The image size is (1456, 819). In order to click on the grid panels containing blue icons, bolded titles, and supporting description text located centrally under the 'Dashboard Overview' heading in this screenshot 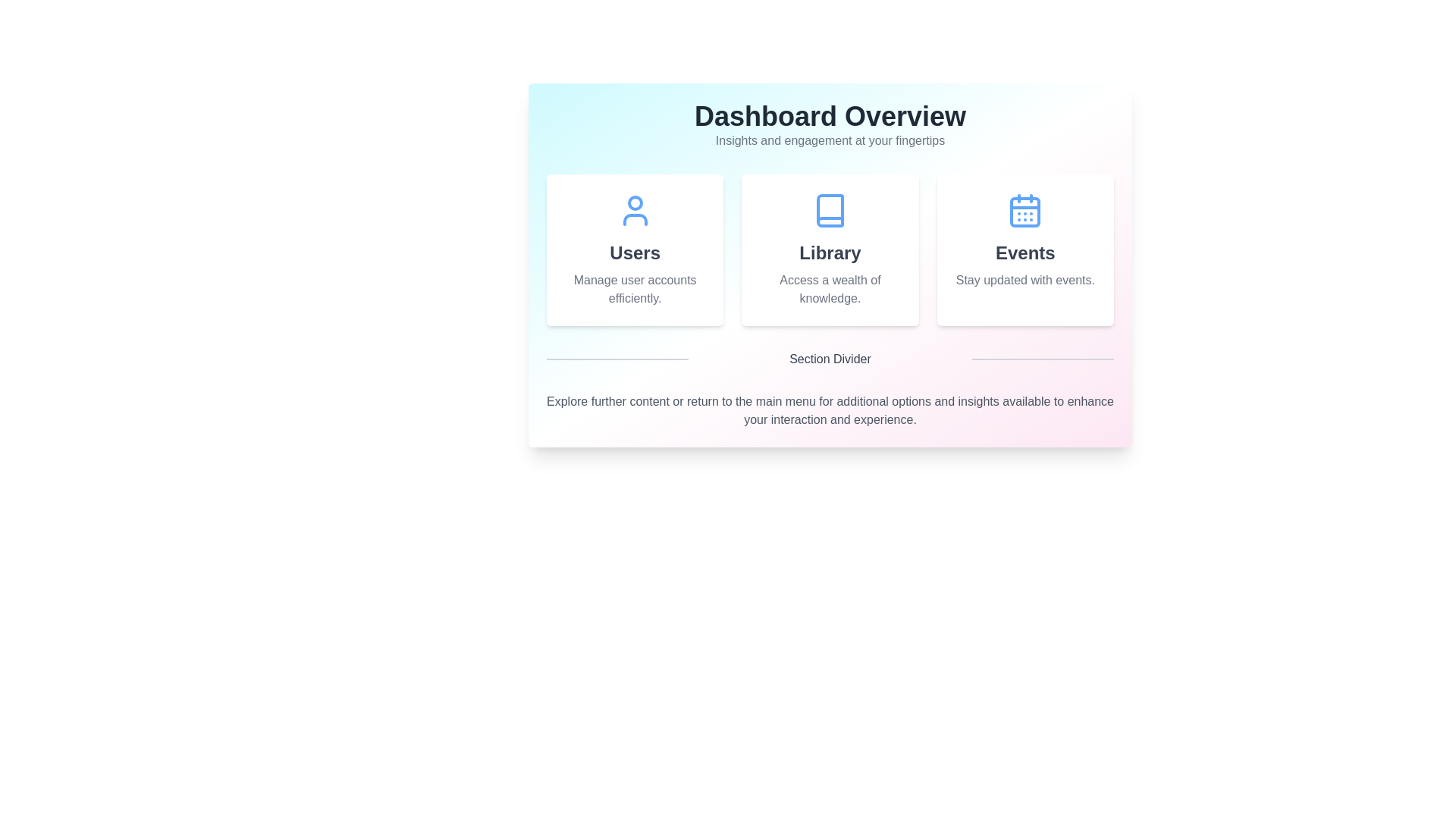, I will do `click(829, 249)`.